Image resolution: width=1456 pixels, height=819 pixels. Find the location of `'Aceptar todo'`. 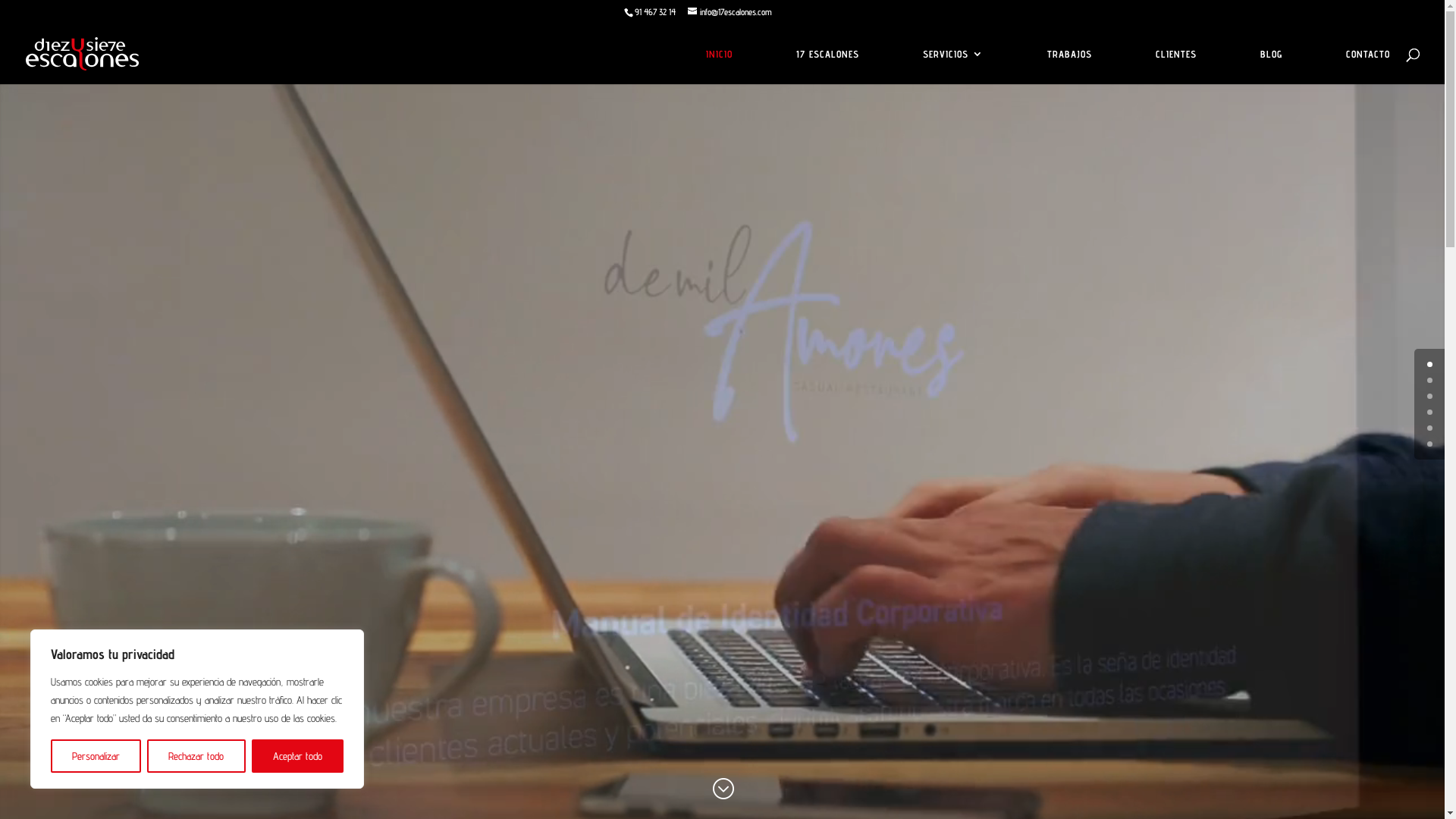

'Aceptar todo' is located at coordinates (297, 755).